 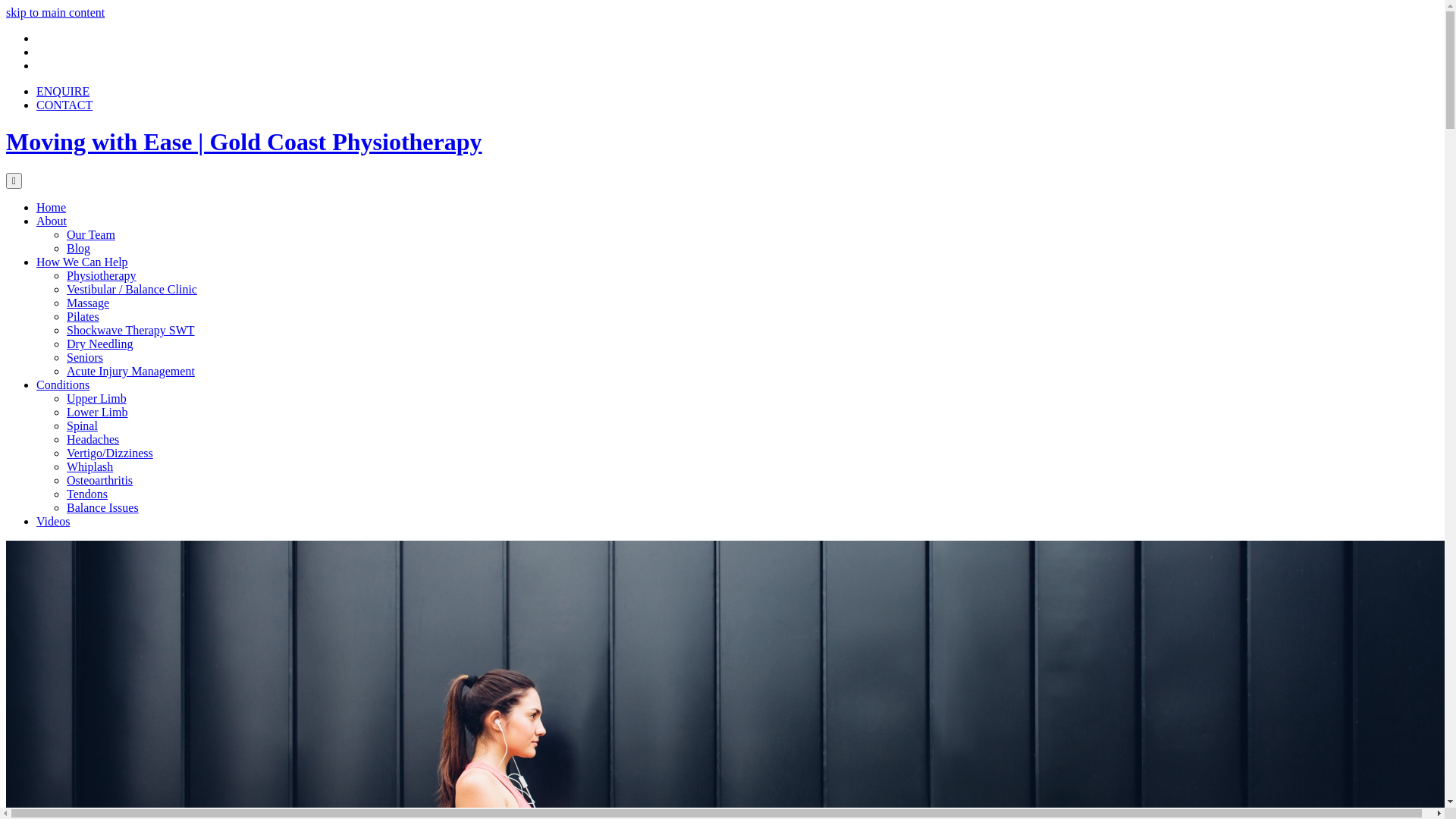 What do you see at coordinates (96, 412) in the screenshot?
I see `'Lower Limb'` at bounding box center [96, 412].